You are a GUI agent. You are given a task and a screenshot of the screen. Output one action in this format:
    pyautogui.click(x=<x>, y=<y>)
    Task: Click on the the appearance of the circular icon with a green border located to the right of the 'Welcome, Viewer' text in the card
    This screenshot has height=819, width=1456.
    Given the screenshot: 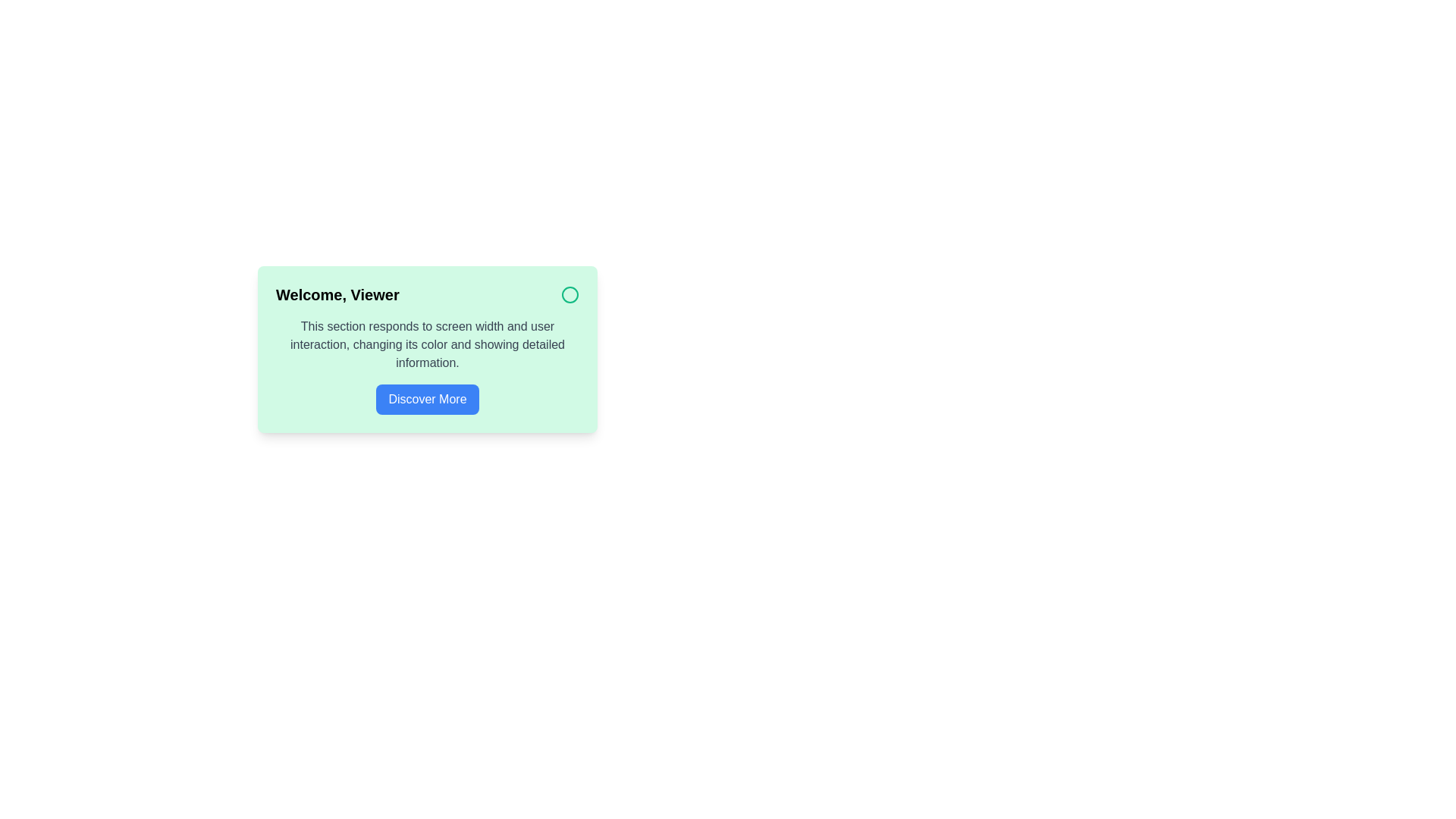 What is the action you would take?
    pyautogui.click(x=570, y=295)
    